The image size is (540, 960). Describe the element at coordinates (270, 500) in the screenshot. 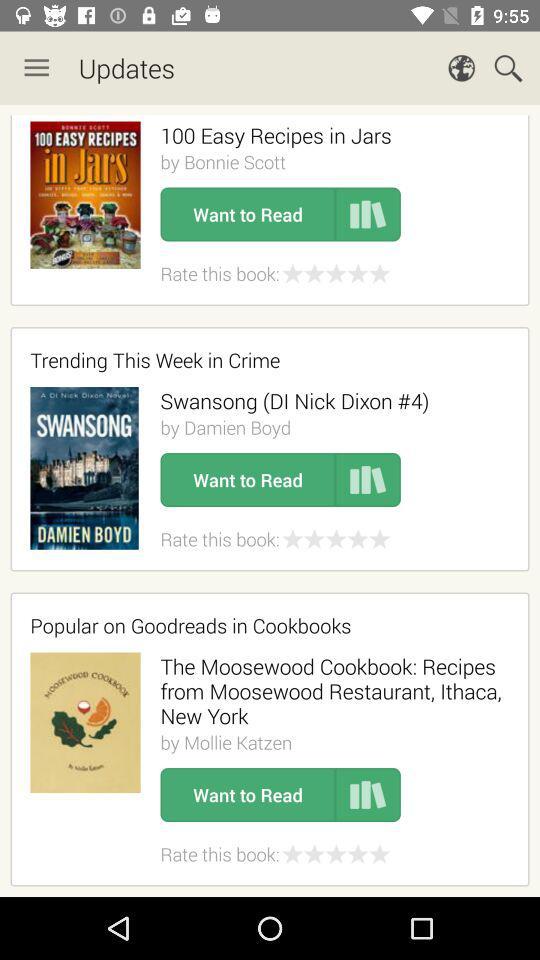

I see `all` at that location.